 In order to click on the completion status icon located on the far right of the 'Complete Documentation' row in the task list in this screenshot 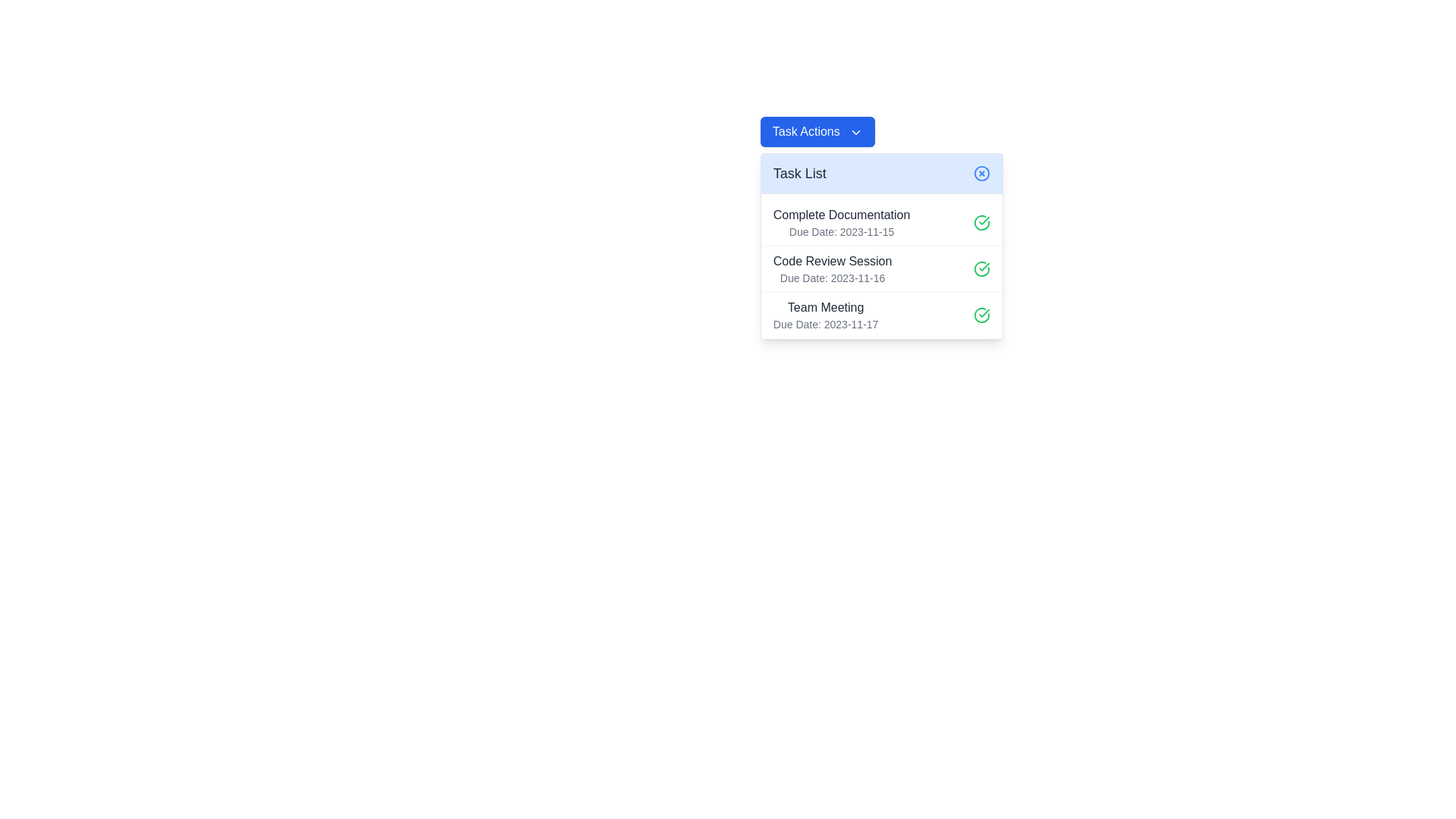, I will do `click(981, 222)`.